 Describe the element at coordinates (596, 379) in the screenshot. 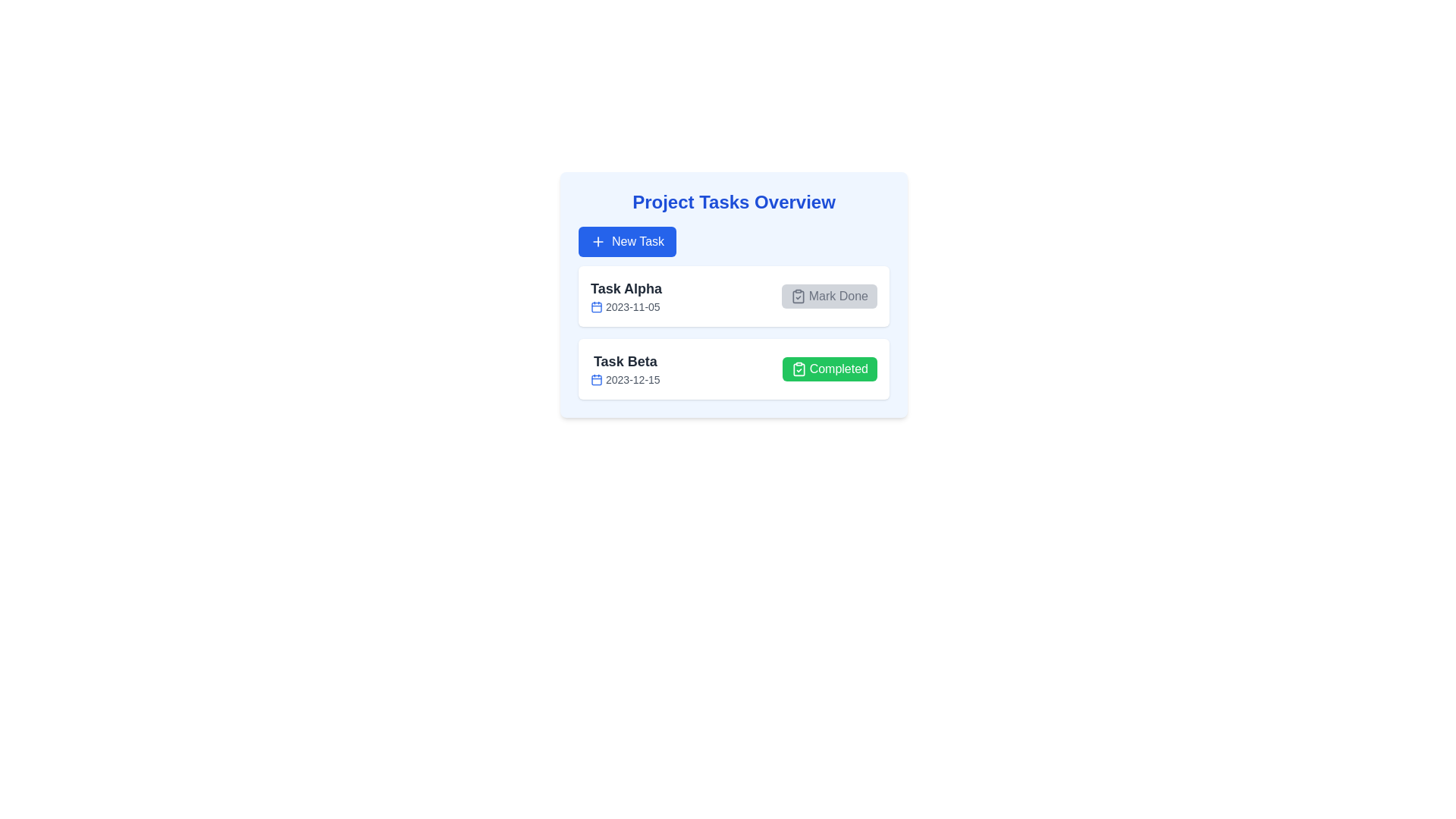

I see `the blue calendar icon located to the left of the 'Task Beta' entry, adjacent to the date display '2023-12-15'` at that location.